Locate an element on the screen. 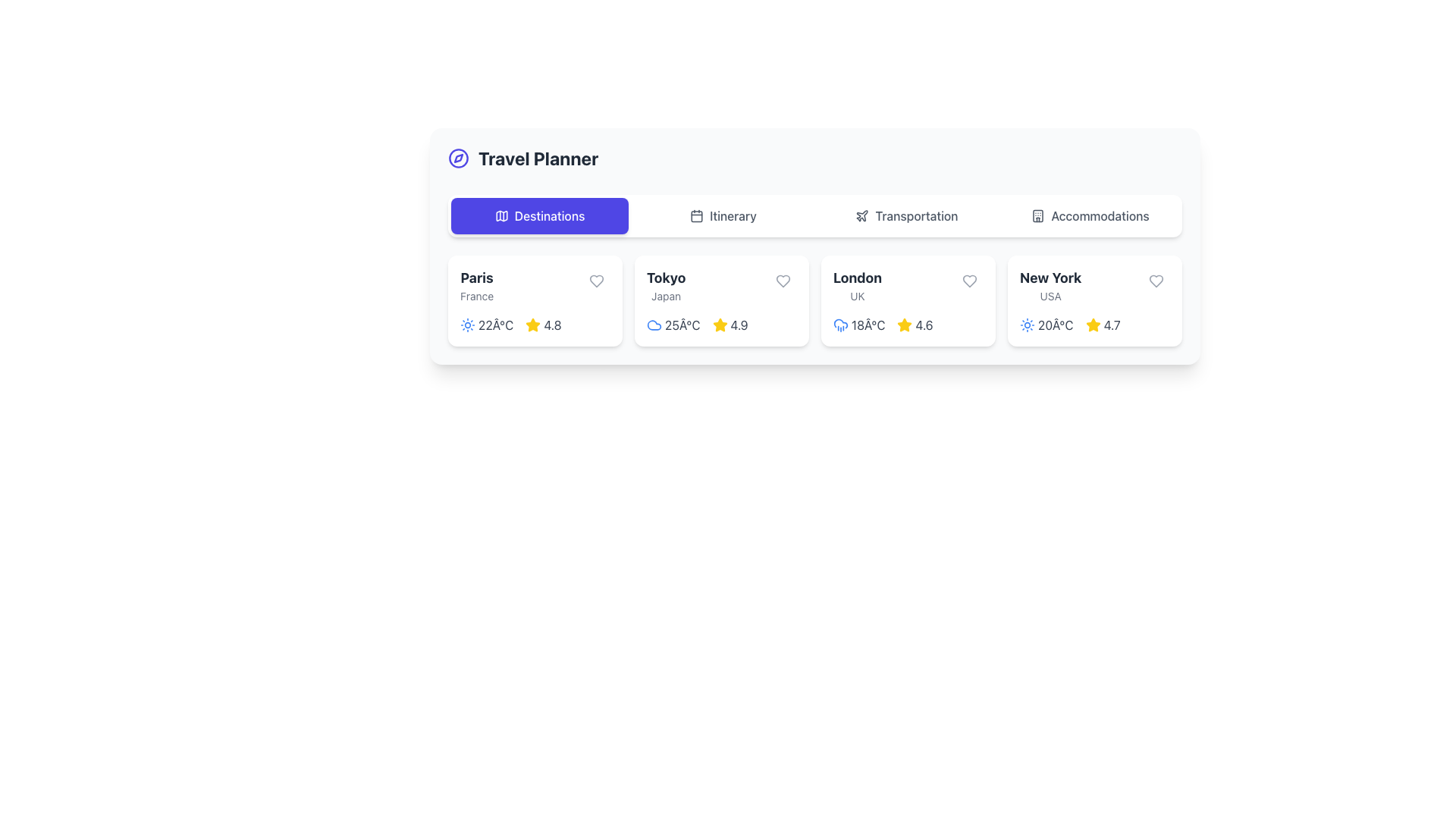 The width and height of the screenshot is (1456, 819). the 'Tokyo' and 'Japan' text label located in the top-left section of the second destination card, which features bold and larger font for 'Tokyo' and lighter smaller font for 'Japan' is located at coordinates (666, 286).